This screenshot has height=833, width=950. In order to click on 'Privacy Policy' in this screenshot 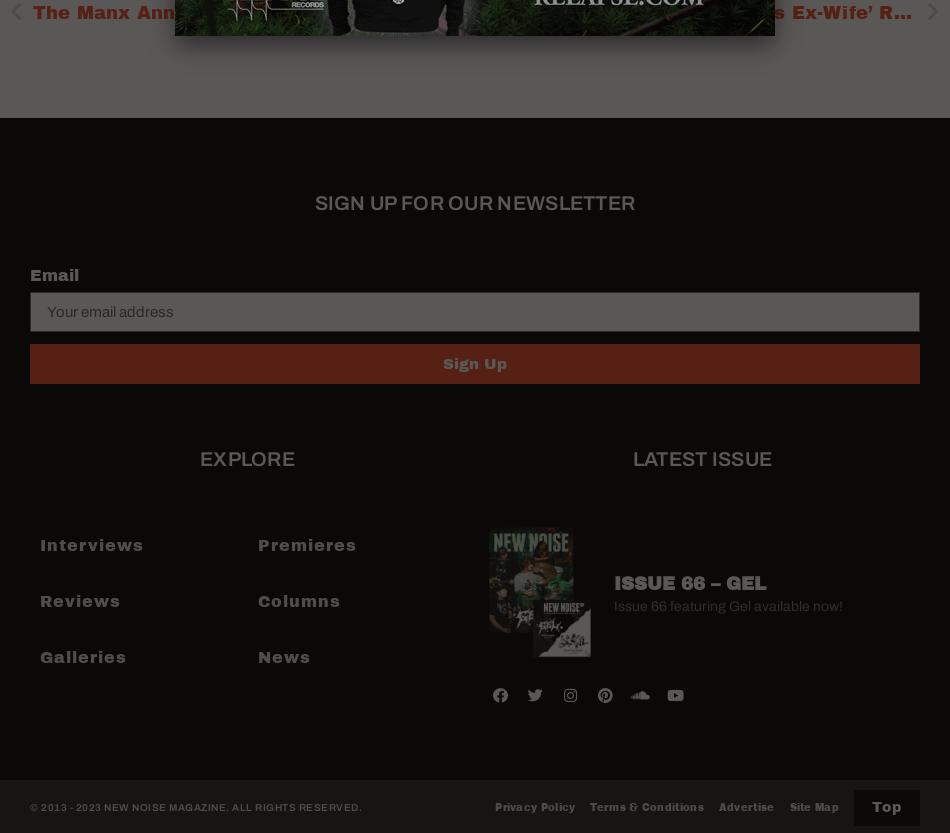, I will do `click(535, 806)`.